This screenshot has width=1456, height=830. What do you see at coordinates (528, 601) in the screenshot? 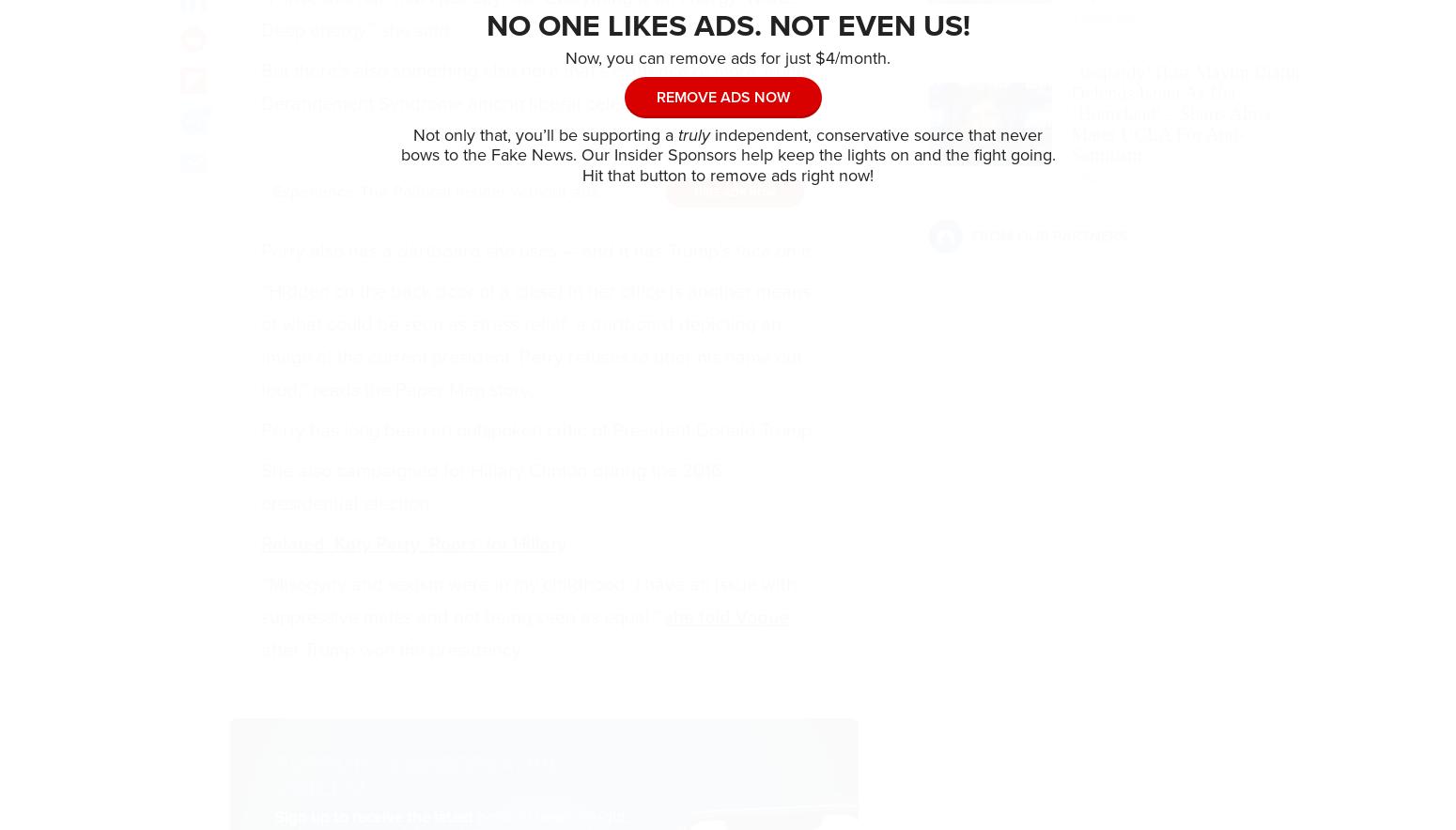
I see `'“Misogyny and sexism were in my childhood: I have an issue with suppressive males and not being seen as equal,”'` at bounding box center [528, 601].